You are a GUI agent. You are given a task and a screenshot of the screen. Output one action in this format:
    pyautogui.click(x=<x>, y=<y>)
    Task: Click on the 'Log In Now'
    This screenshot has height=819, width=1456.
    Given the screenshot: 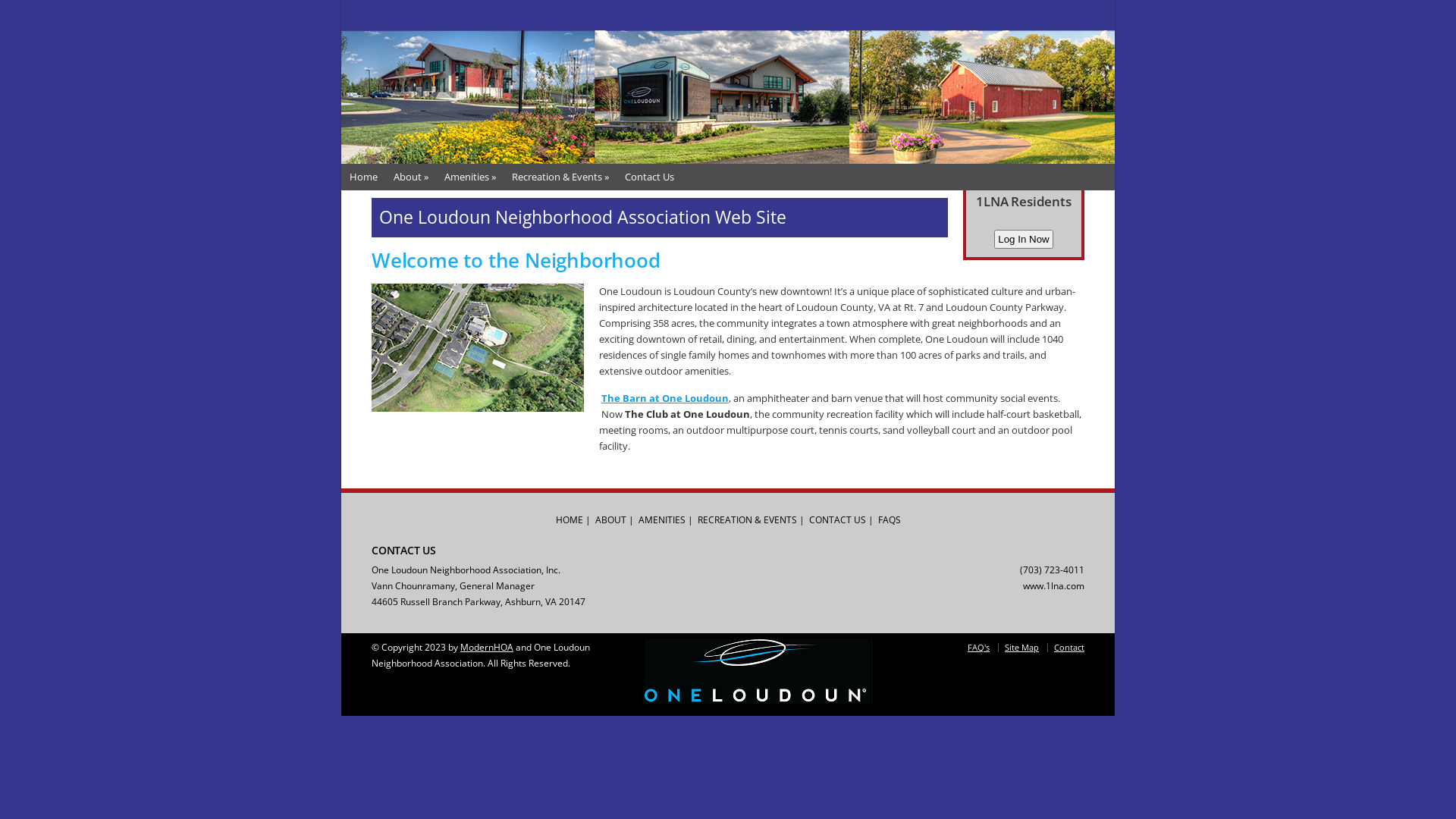 What is the action you would take?
    pyautogui.click(x=1023, y=239)
    